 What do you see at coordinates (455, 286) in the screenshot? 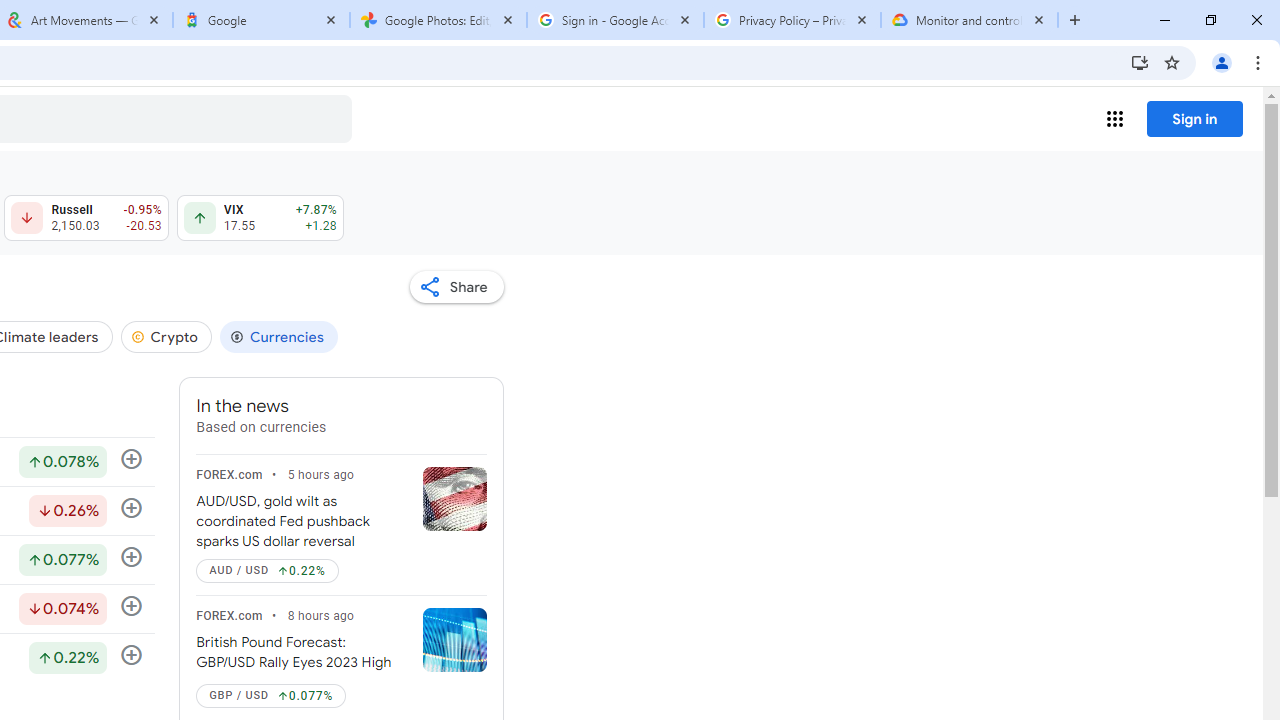
I see `'Share'` at bounding box center [455, 286].